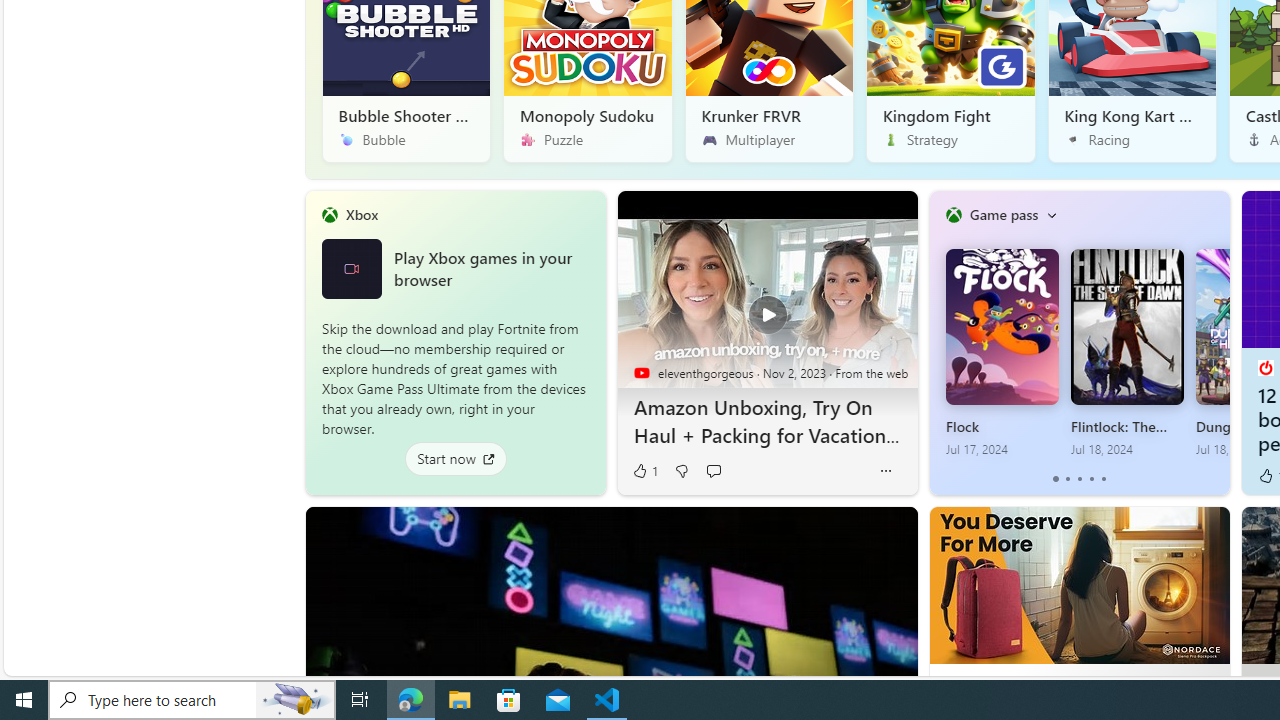 The image size is (1280, 720). What do you see at coordinates (1066, 479) in the screenshot?
I see `'tab-1'` at bounding box center [1066, 479].